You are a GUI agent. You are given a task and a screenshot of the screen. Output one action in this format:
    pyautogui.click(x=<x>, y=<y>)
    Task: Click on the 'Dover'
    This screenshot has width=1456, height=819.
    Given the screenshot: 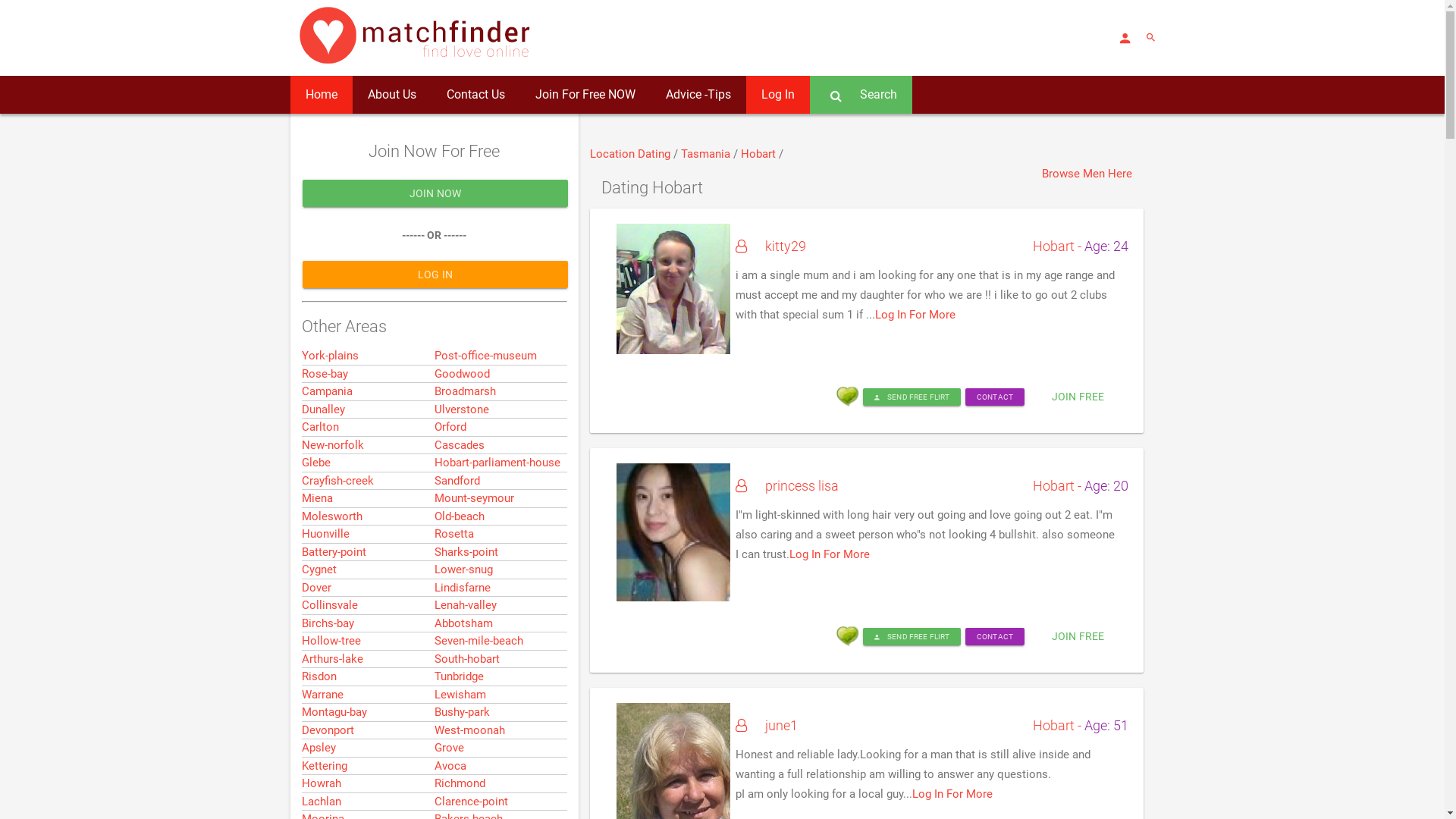 What is the action you would take?
    pyautogui.click(x=315, y=587)
    